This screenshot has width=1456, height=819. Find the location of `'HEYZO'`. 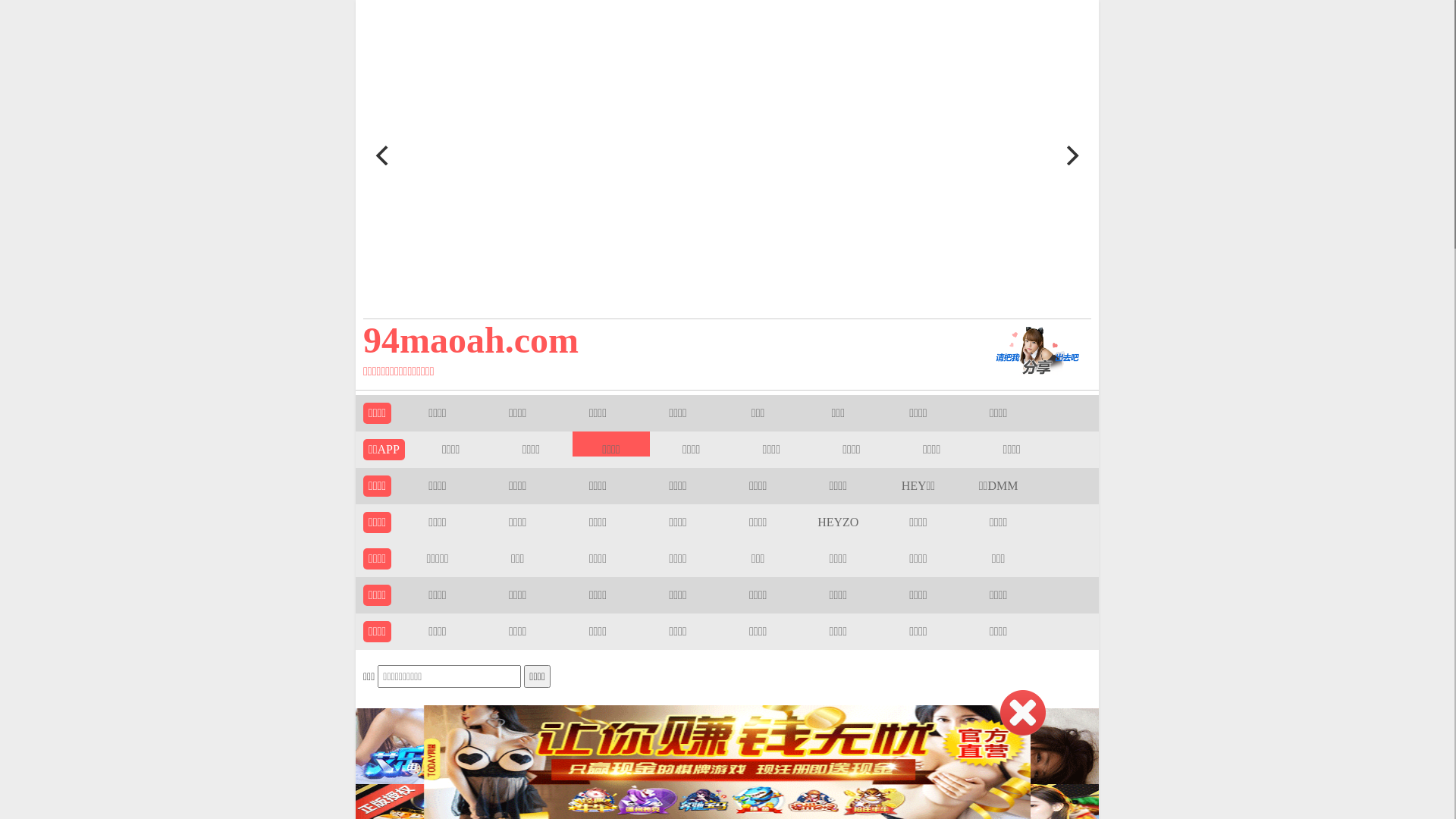

'HEYZO' is located at coordinates (836, 521).